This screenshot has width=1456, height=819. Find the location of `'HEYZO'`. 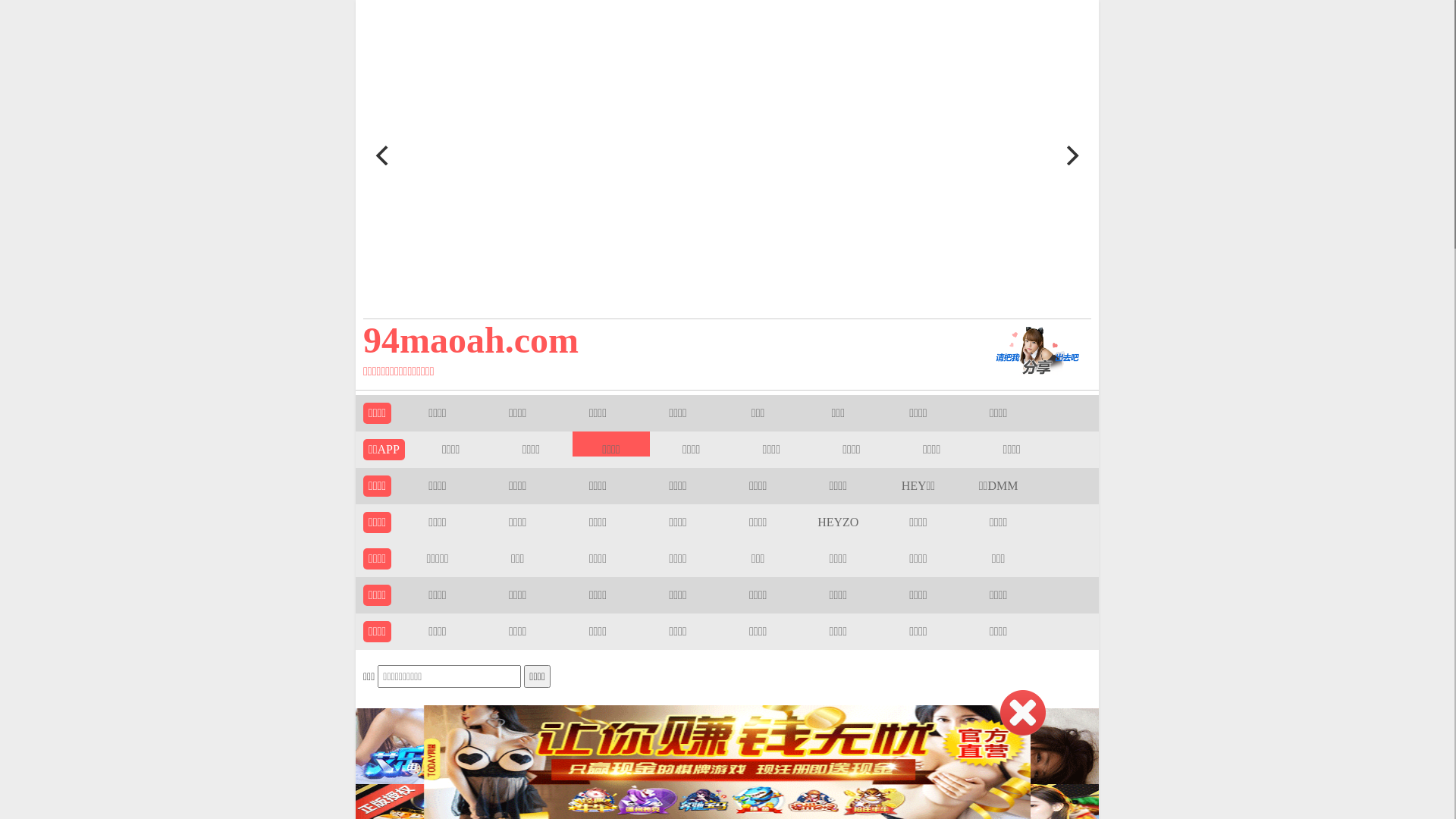

'HEYZO' is located at coordinates (836, 521).